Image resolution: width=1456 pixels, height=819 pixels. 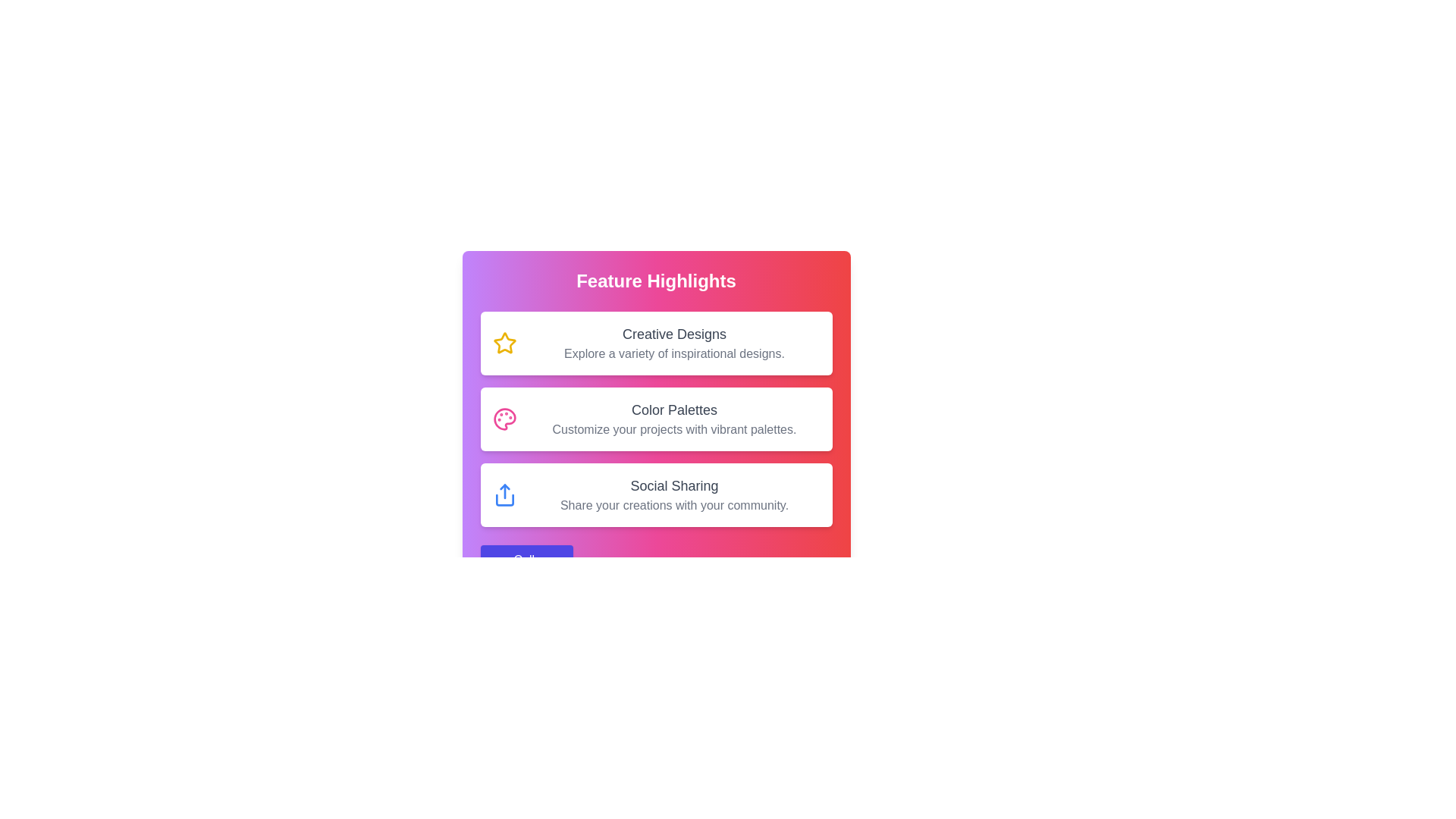 What do you see at coordinates (656, 494) in the screenshot?
I see `displayed text on the 'Social Sharing' informational card, which is the third card in the vertical list under 'Feature Highlights.'` at bounding box center [656, 494].